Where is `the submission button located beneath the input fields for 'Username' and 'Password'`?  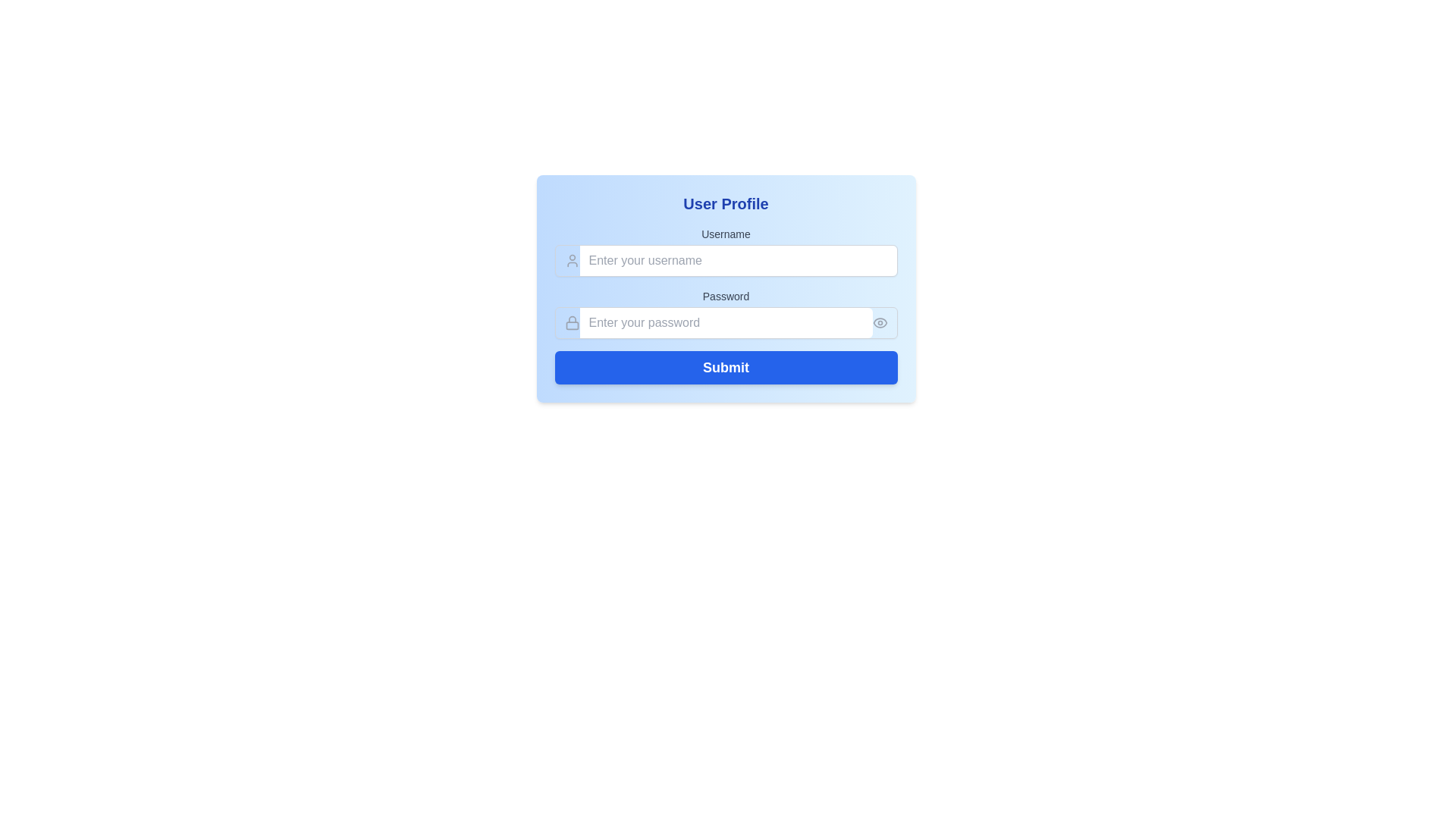 the submission button located beneath the input fields for 'Username' and 'Password' is located at coordinates (725, 368).